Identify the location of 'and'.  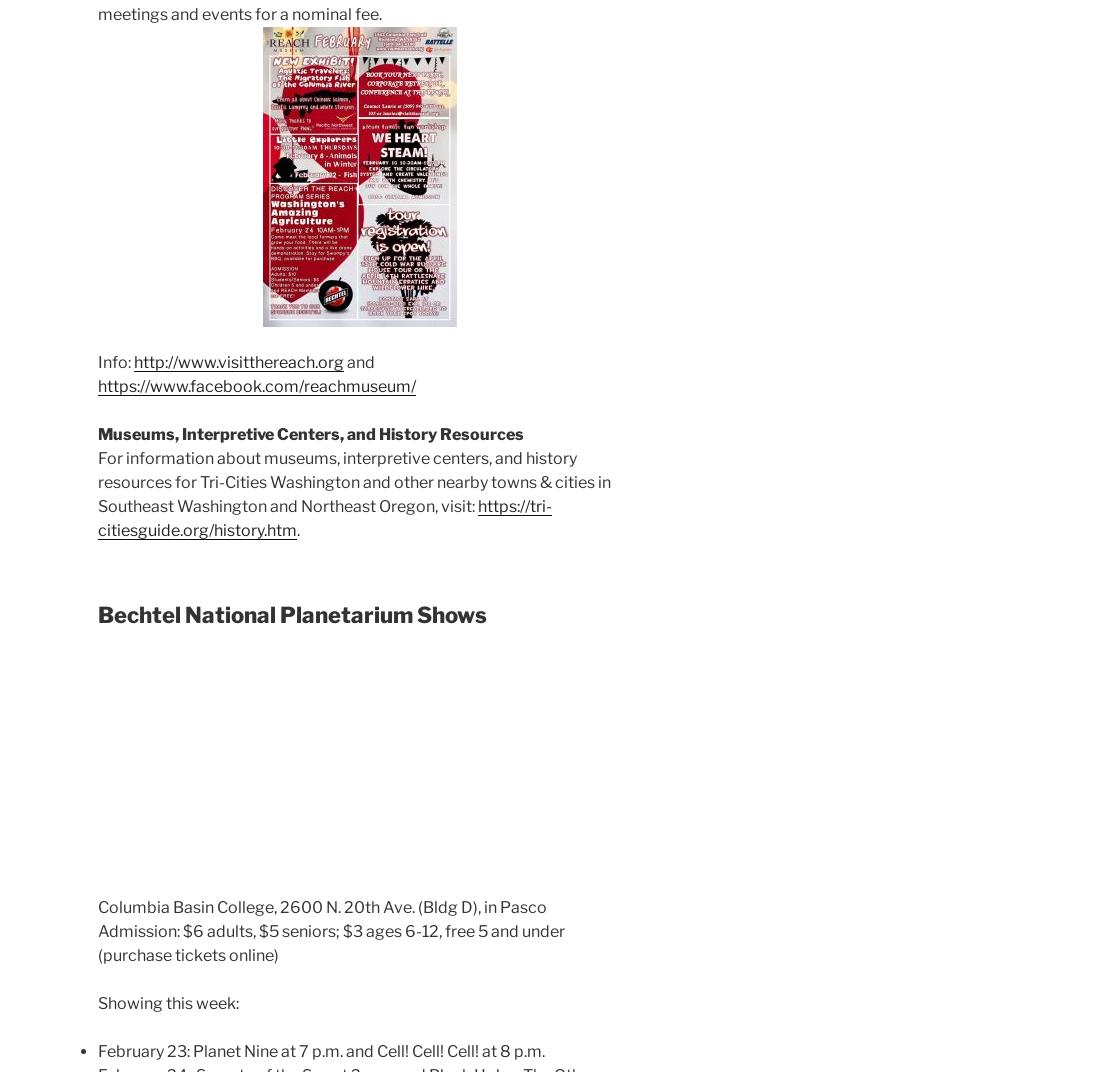
(359, 362).